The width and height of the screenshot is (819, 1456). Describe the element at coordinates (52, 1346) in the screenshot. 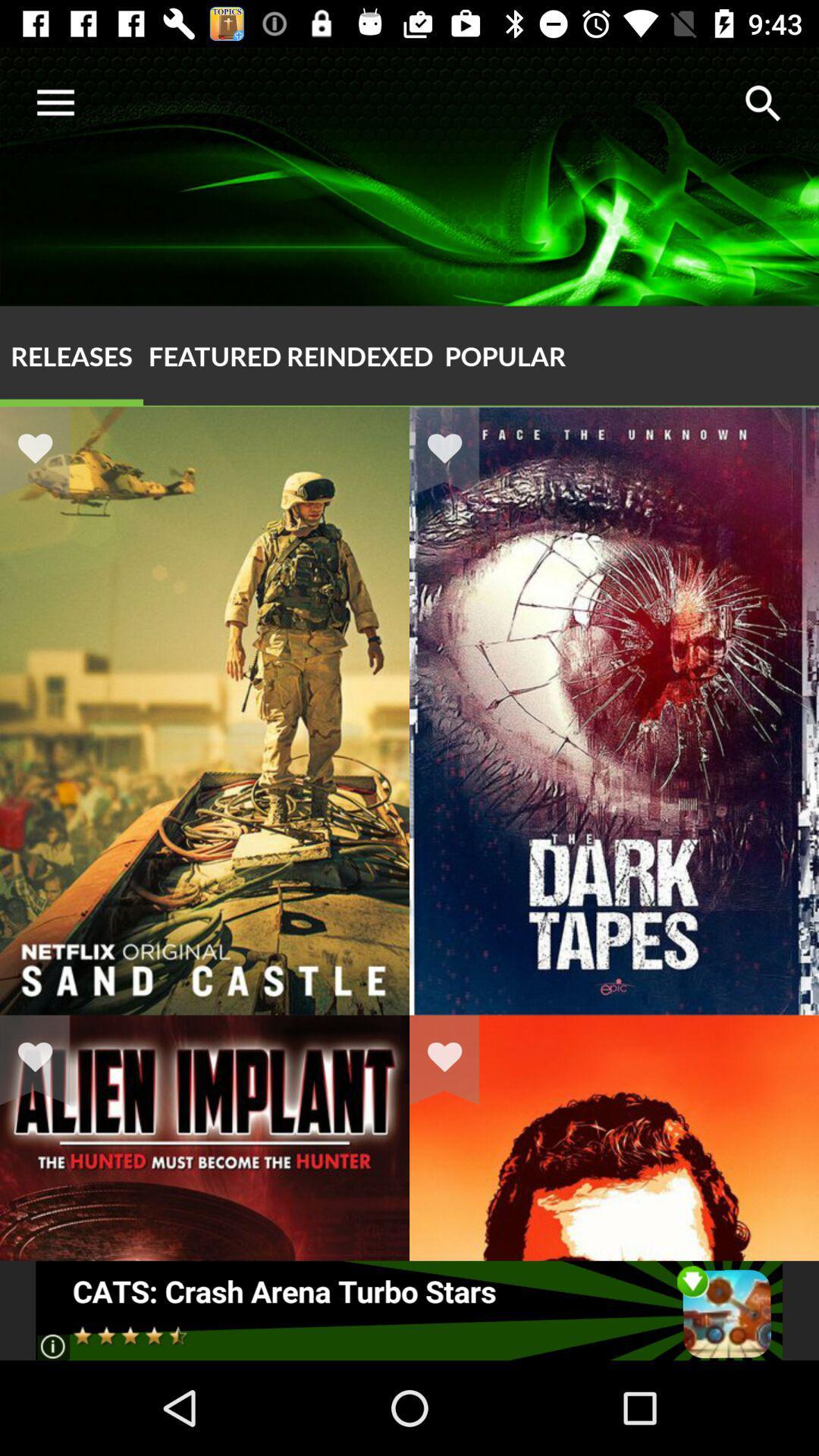

I see `the information icon which is on bottom of the page` at that location.